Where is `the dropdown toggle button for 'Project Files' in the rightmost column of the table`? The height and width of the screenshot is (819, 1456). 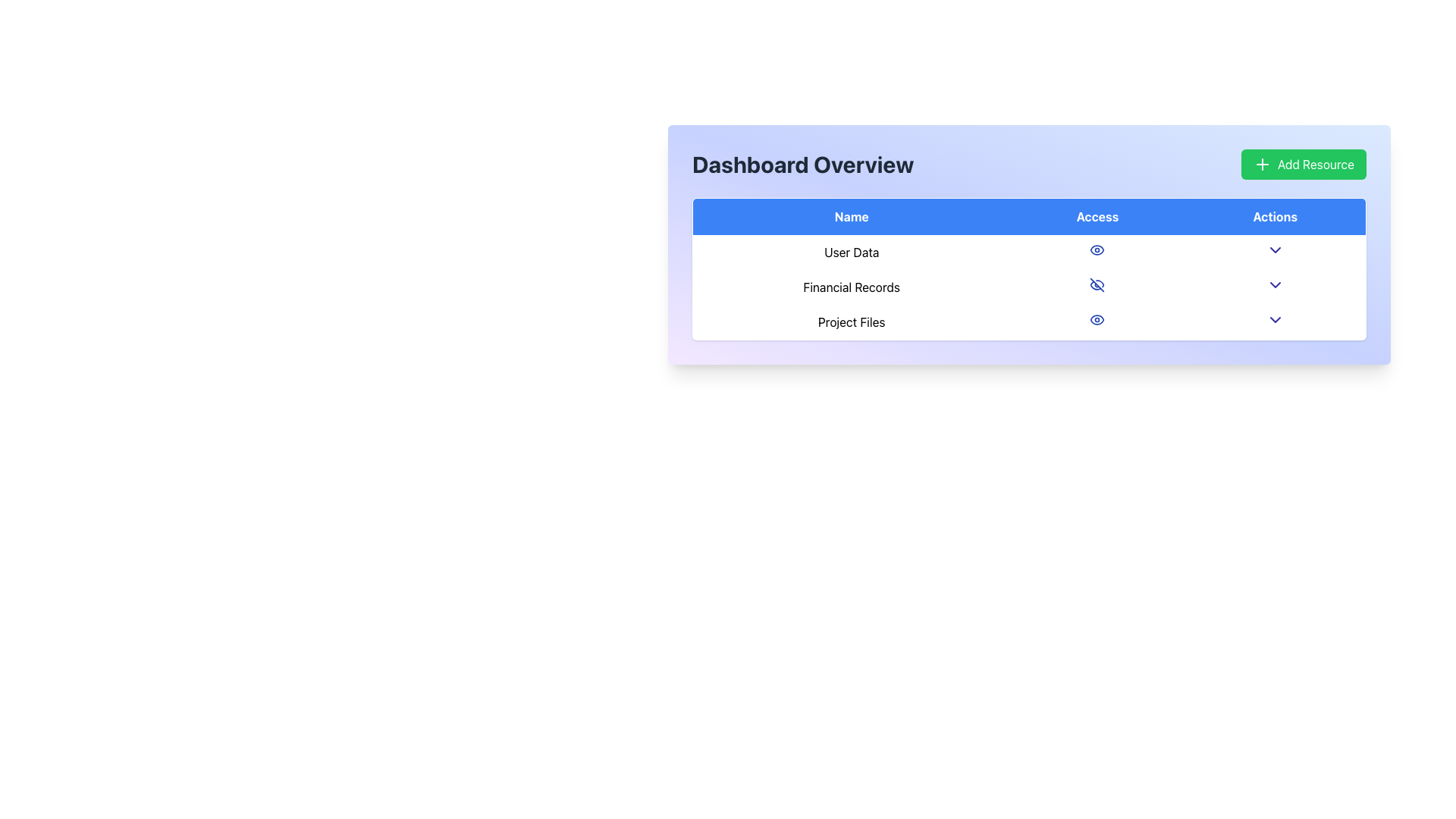
the dropdown toggle button for 'Project Files' in the rightmost column of the table is located at coordinates (1274, 322).